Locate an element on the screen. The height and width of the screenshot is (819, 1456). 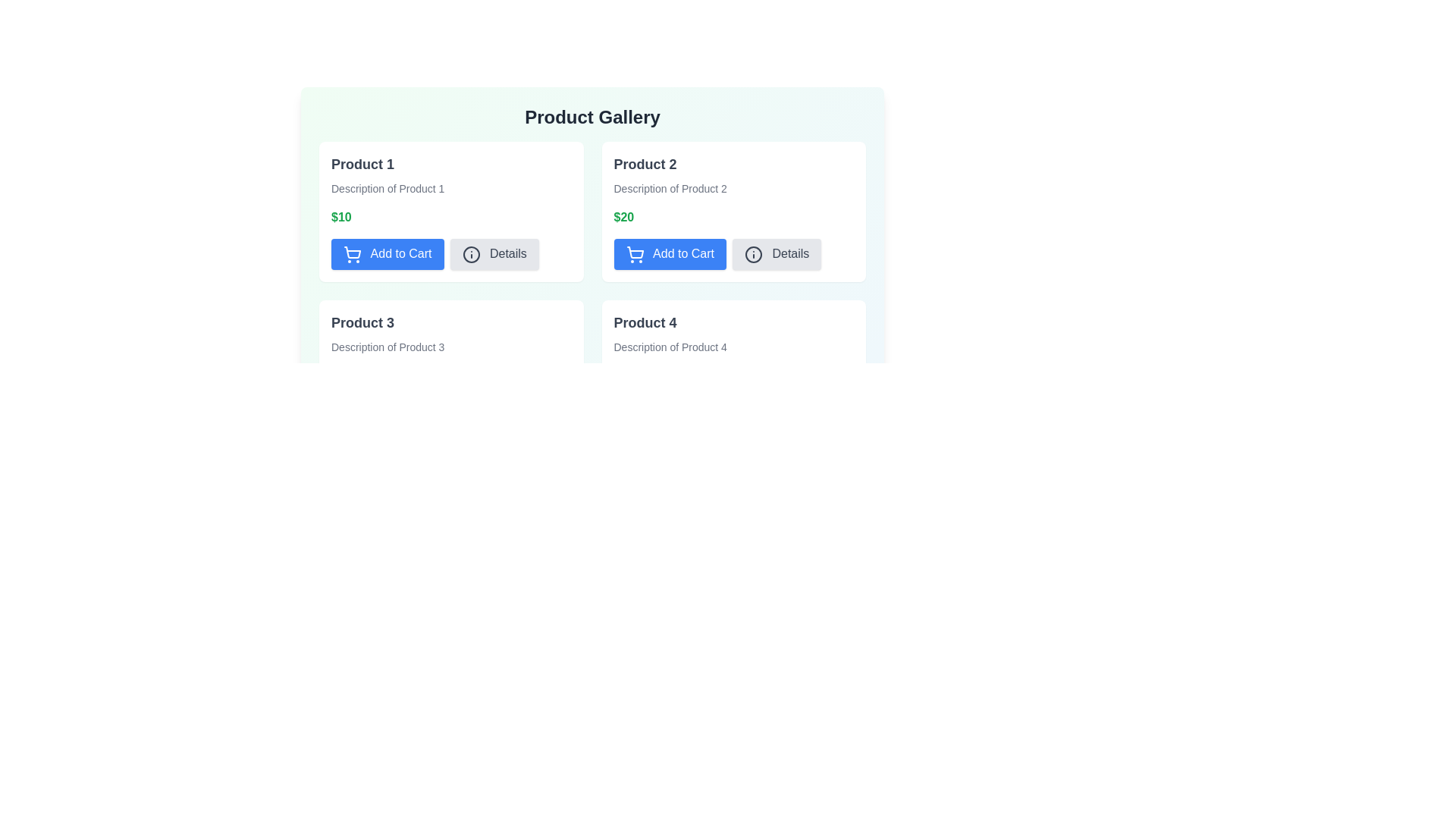
the 'Details' button, which is a grey rectangle with rounded corners and an 'i' icon, to observe its color change effect is located at coordinates (494, 253).